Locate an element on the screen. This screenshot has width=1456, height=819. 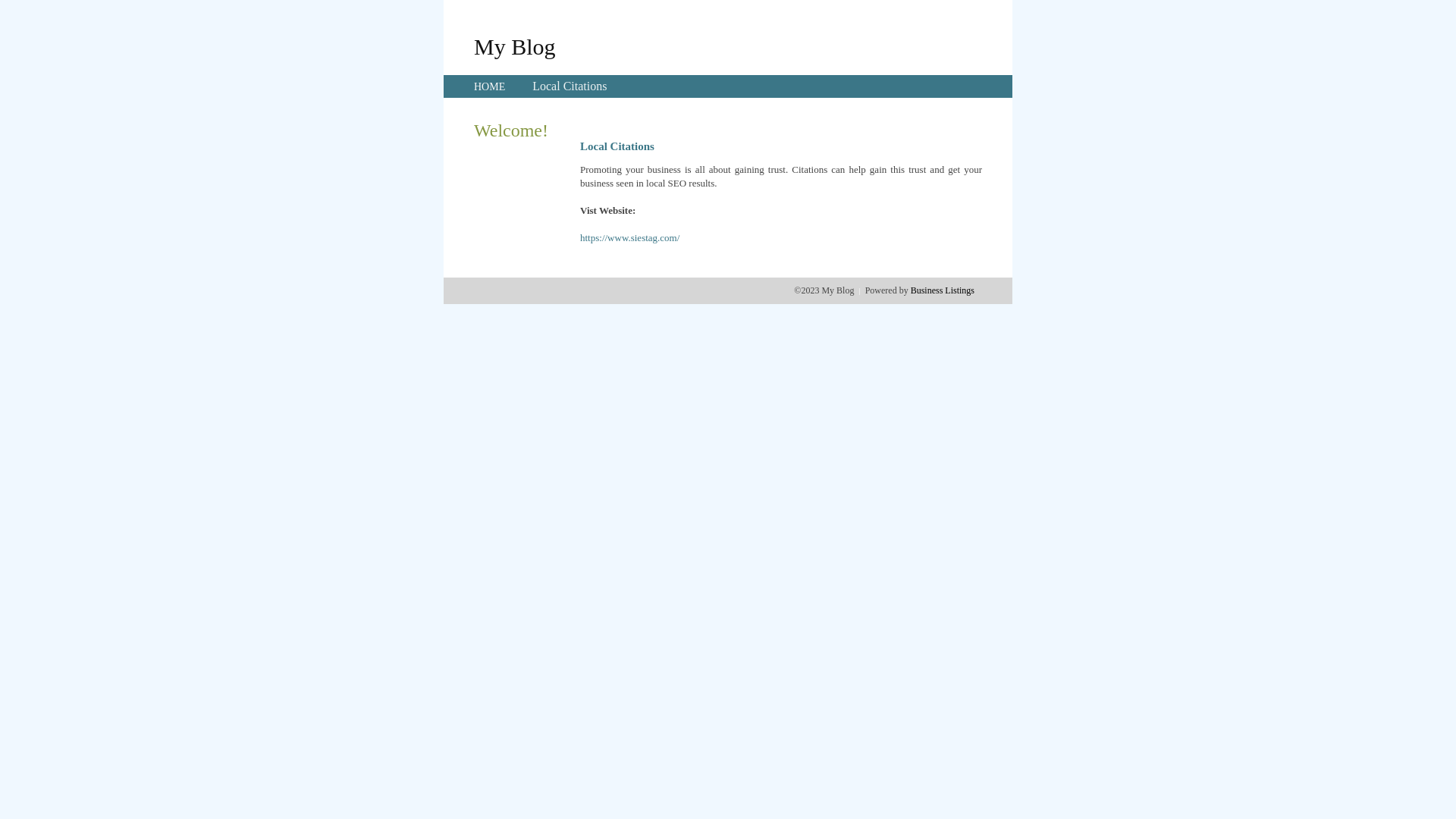
'https://www.siestag.com/' is located at coordinates (629, 237).